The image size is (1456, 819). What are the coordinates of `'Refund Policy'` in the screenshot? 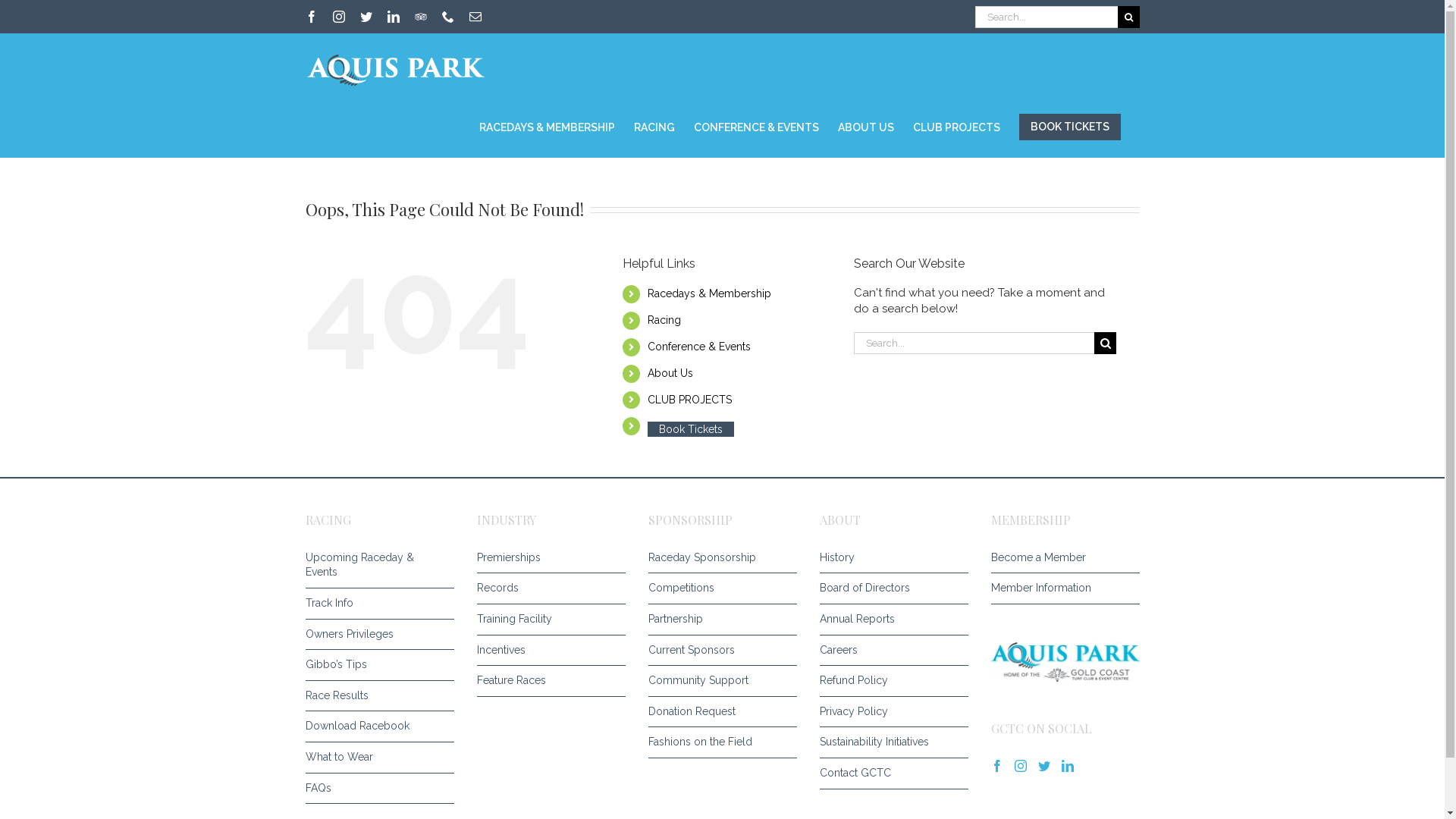 It's located at (818, 680).